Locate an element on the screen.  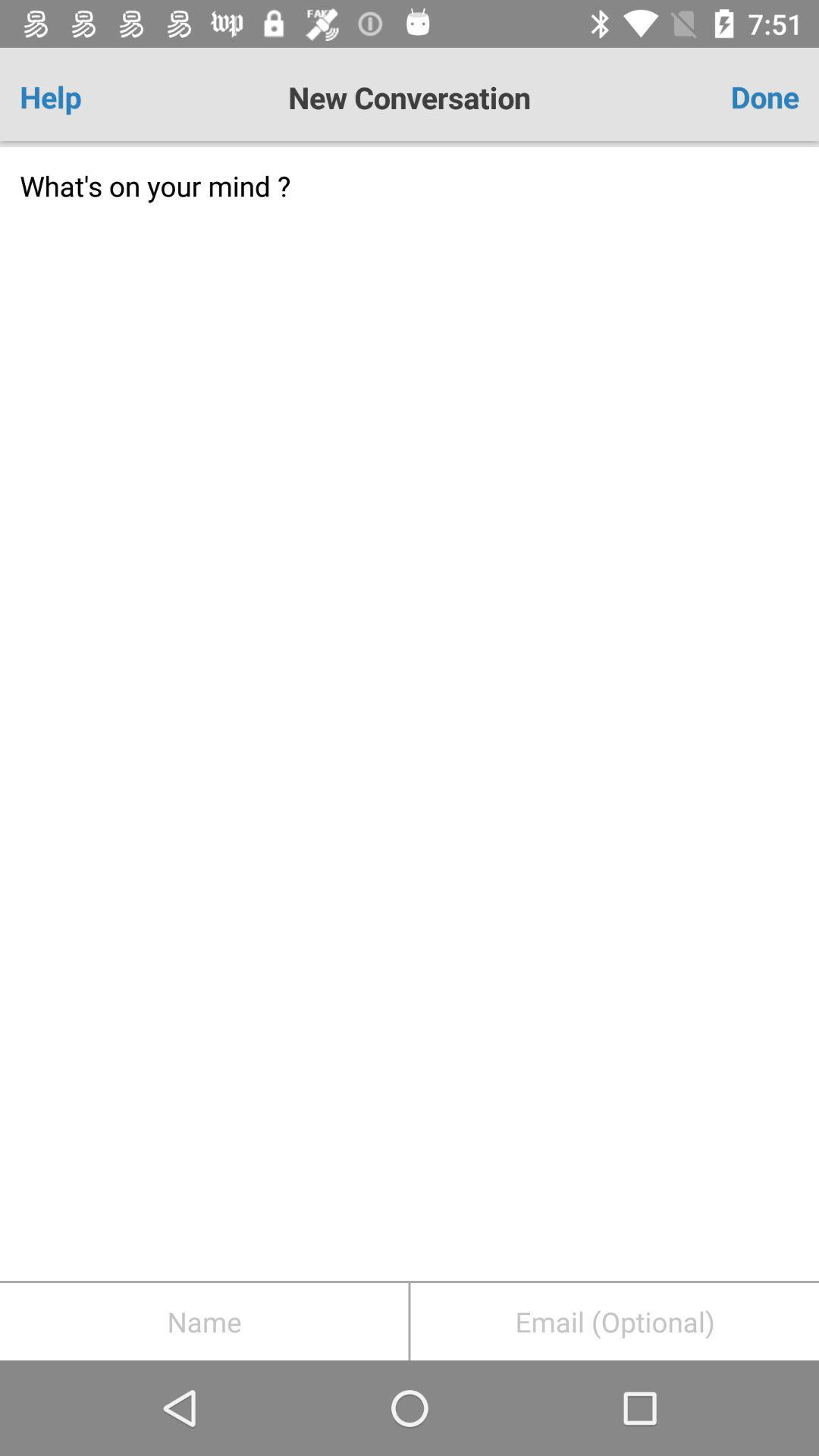
type in your conversation is located at coordinates (409, 713).